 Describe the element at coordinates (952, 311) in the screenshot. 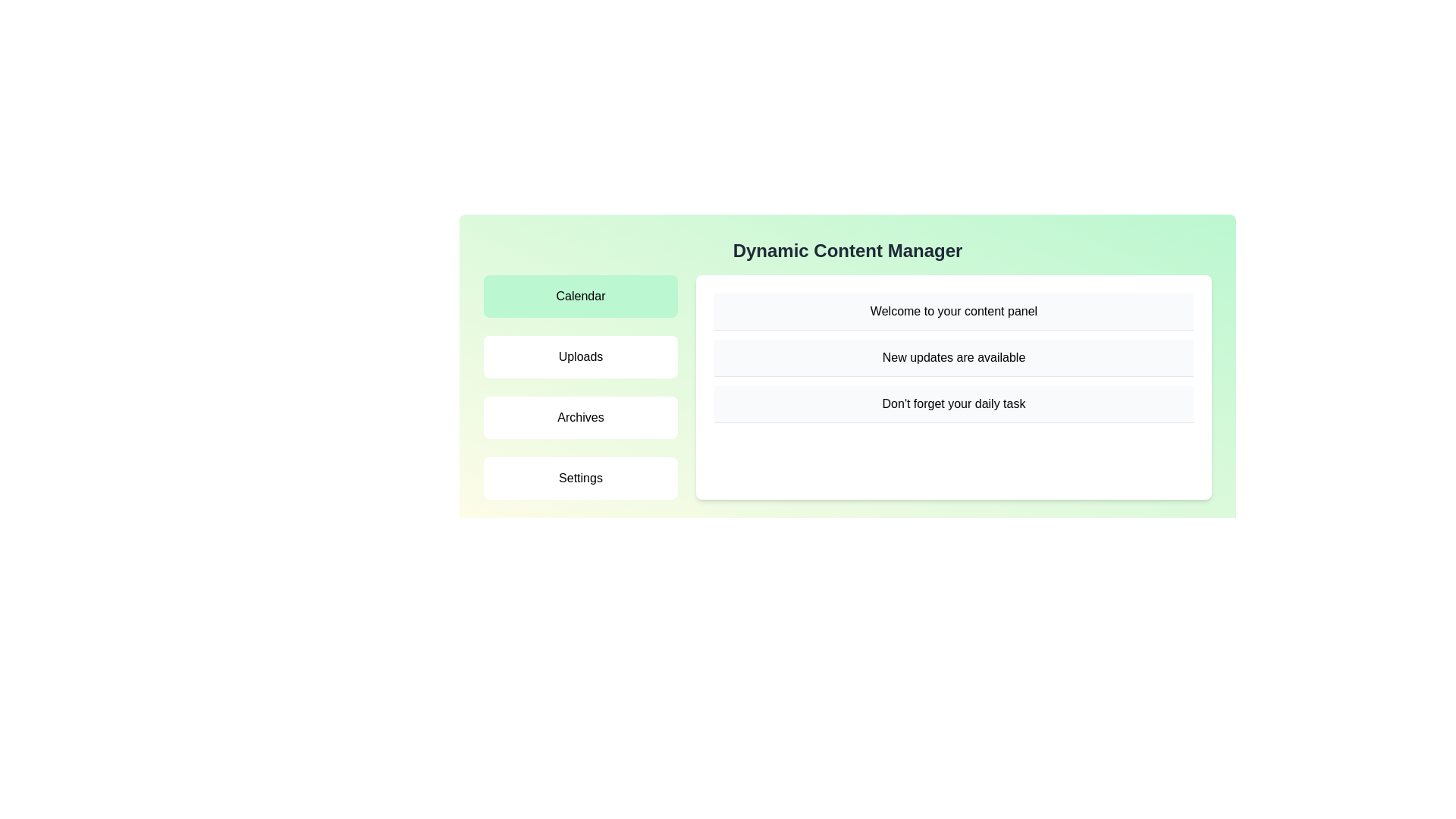

I see `the notification text for Welcome to your content panel` at that location.